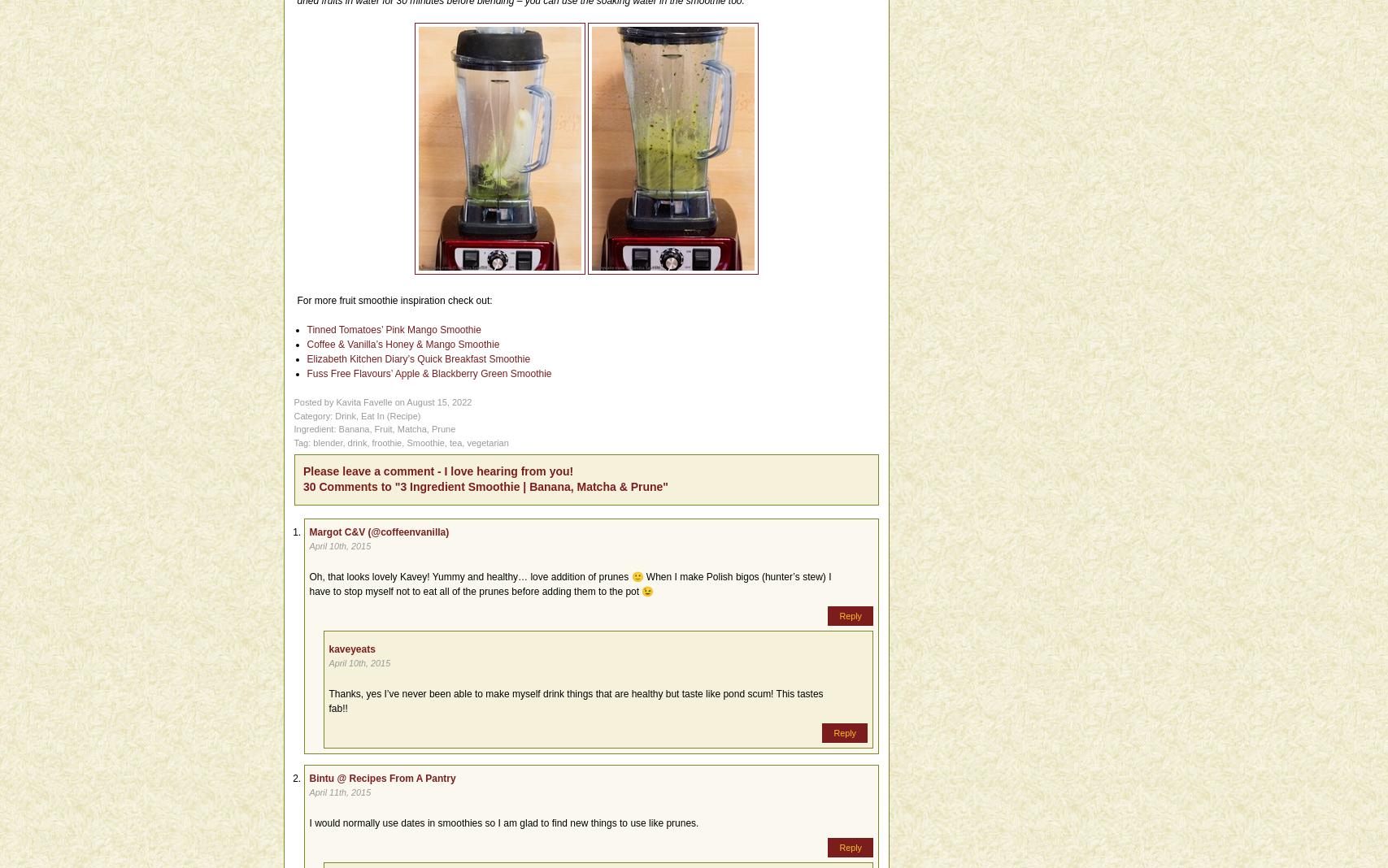 This screenshot has height=868, width=1388. I want to click on 'Kavita Favelle', so click(363, 402).